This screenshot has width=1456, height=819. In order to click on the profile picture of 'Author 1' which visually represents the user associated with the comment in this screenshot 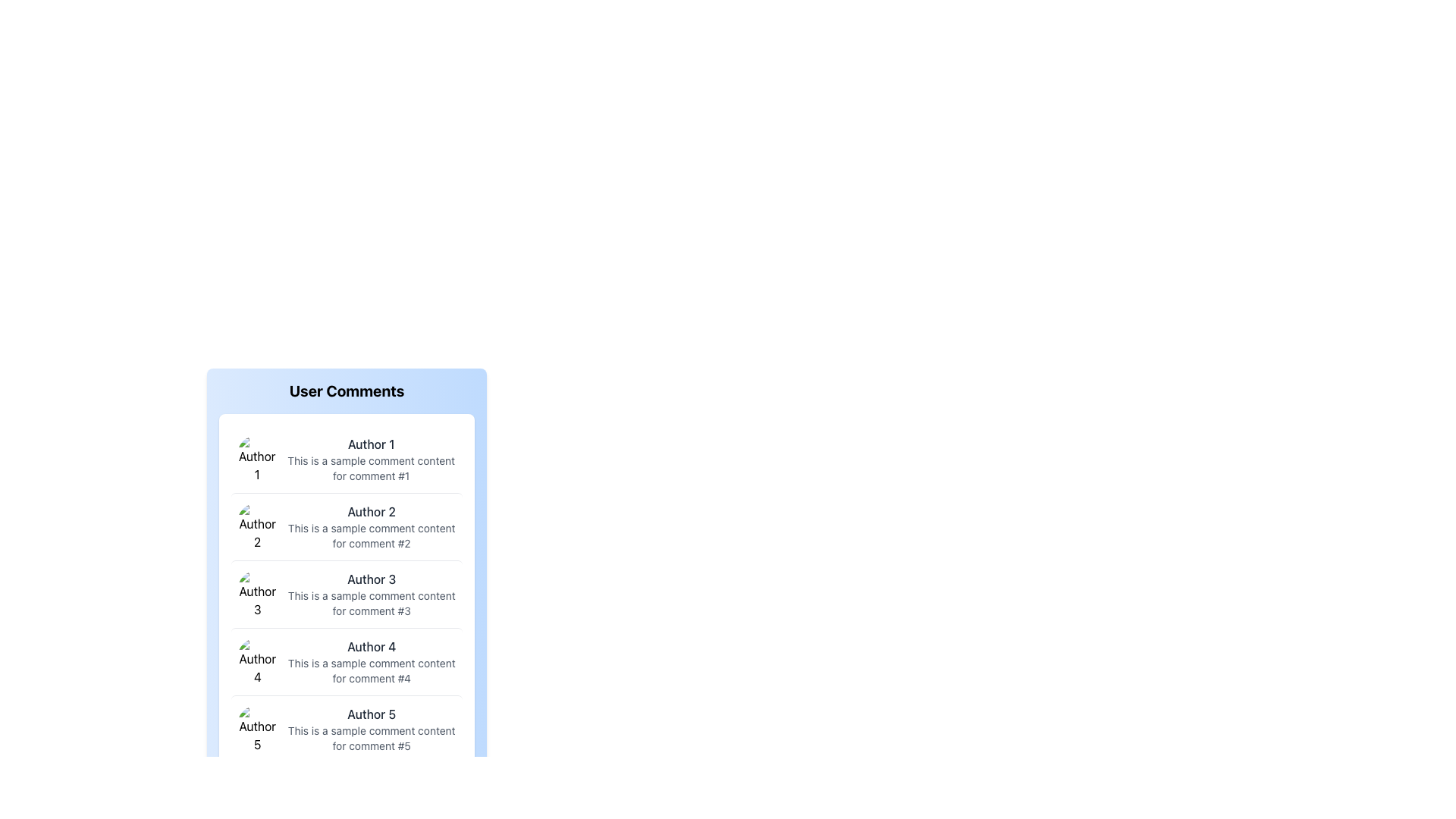, I will do `click(257, 458)`.